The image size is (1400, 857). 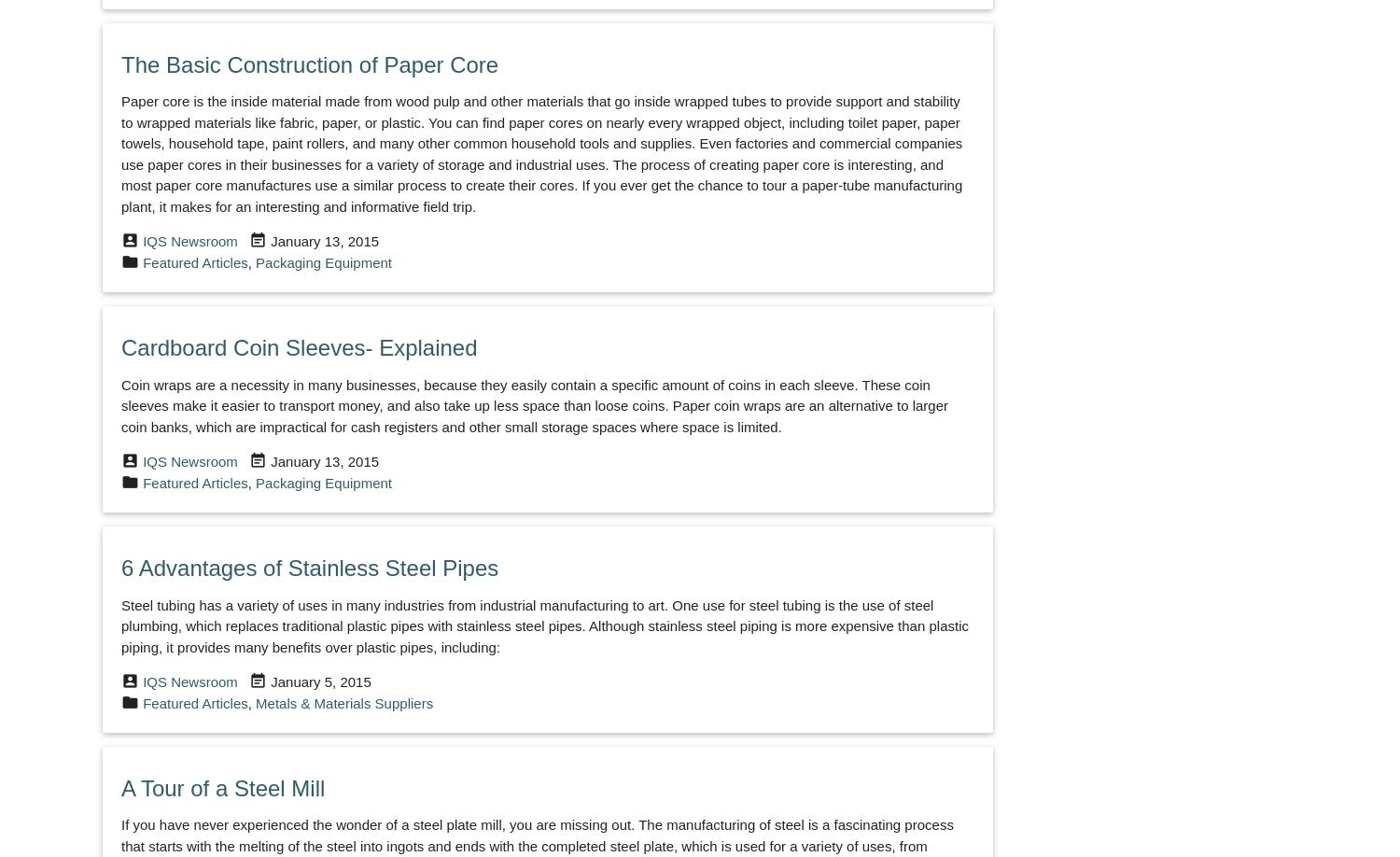 What do you see at coordinates (1155, 822) in the screenshot?
I see `'Recycling Equipment'` at bounding box center [1155, 822].